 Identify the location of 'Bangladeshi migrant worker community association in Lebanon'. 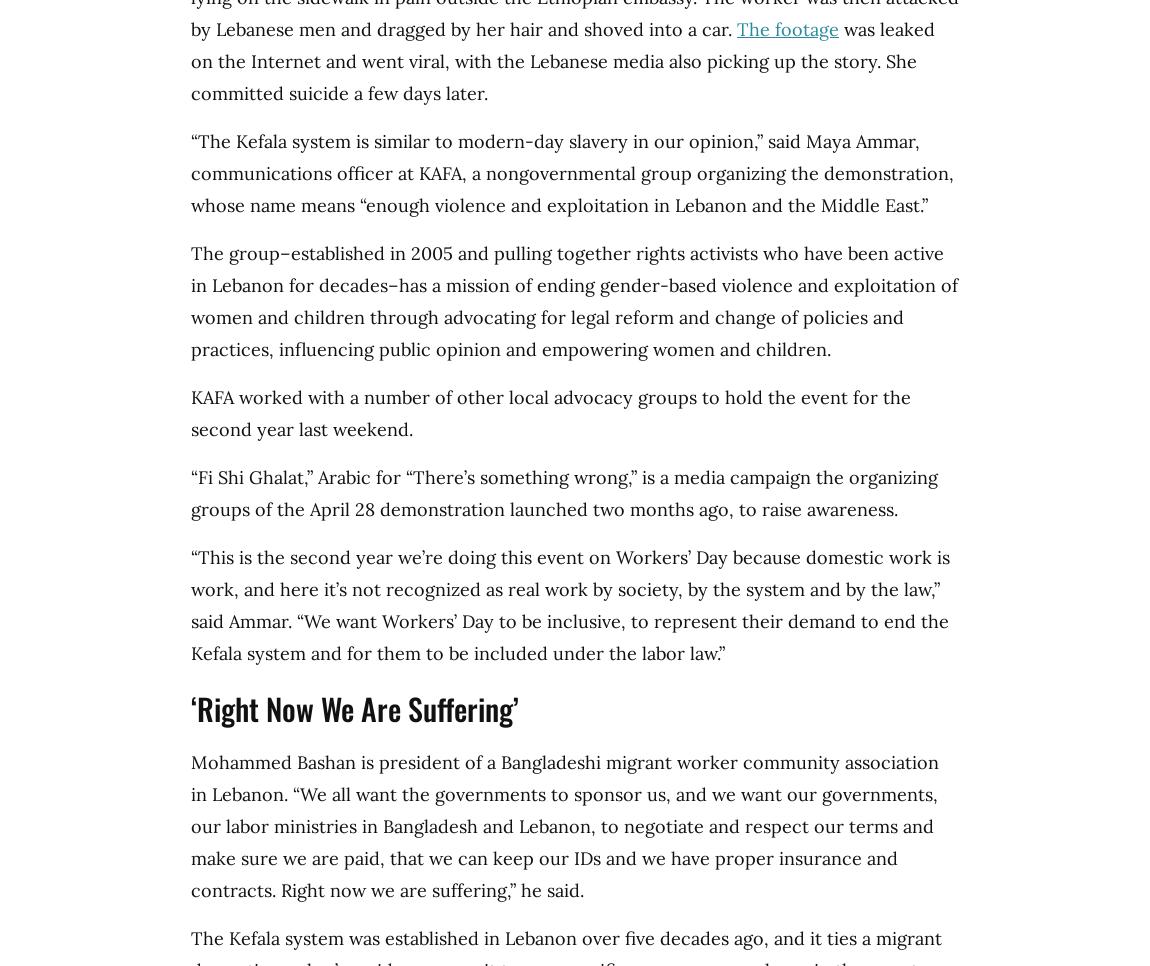
(564, 777).